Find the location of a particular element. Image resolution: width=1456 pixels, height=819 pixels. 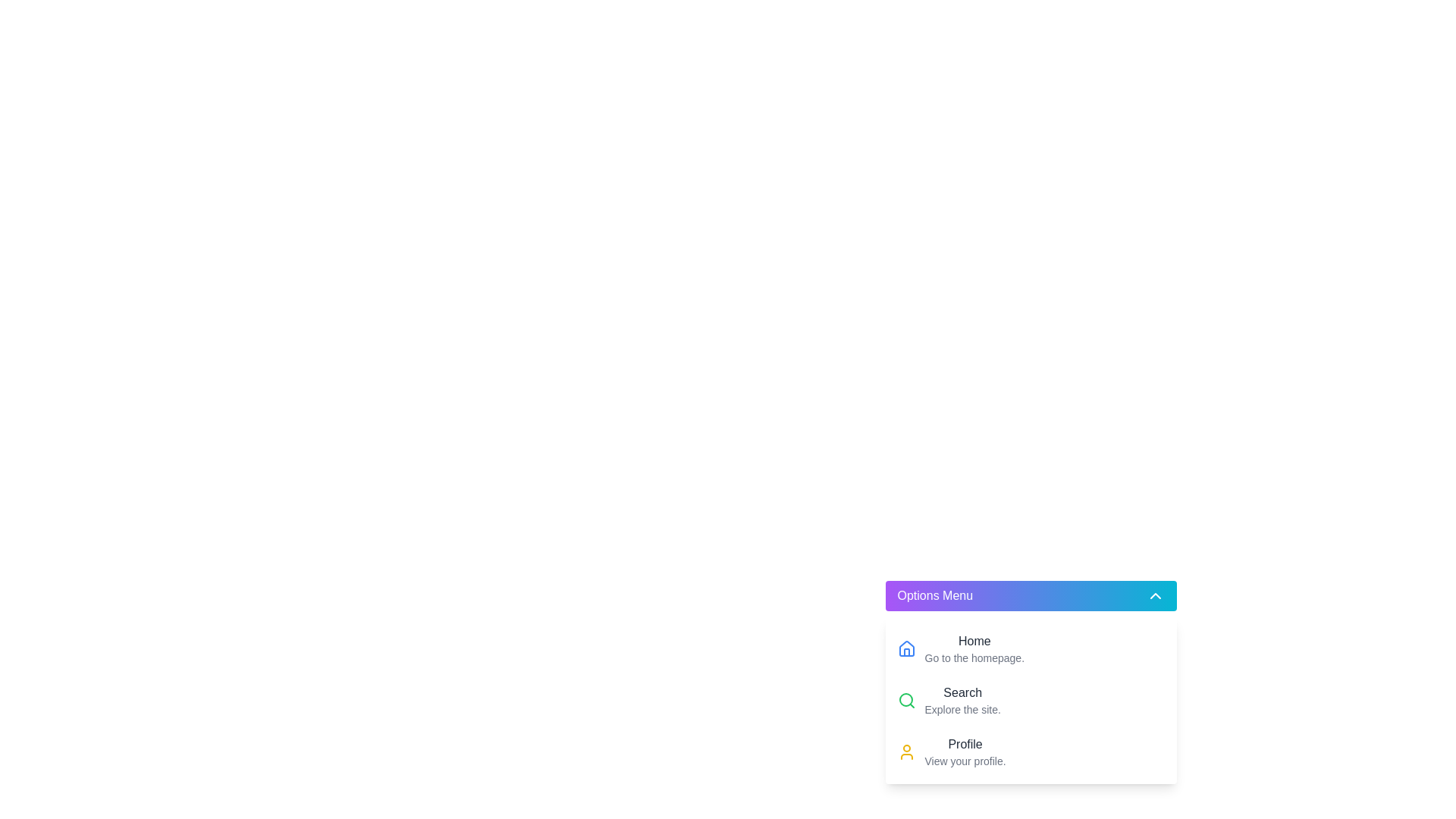

the 'Profile' text block located is located at coordinates (965, 752).